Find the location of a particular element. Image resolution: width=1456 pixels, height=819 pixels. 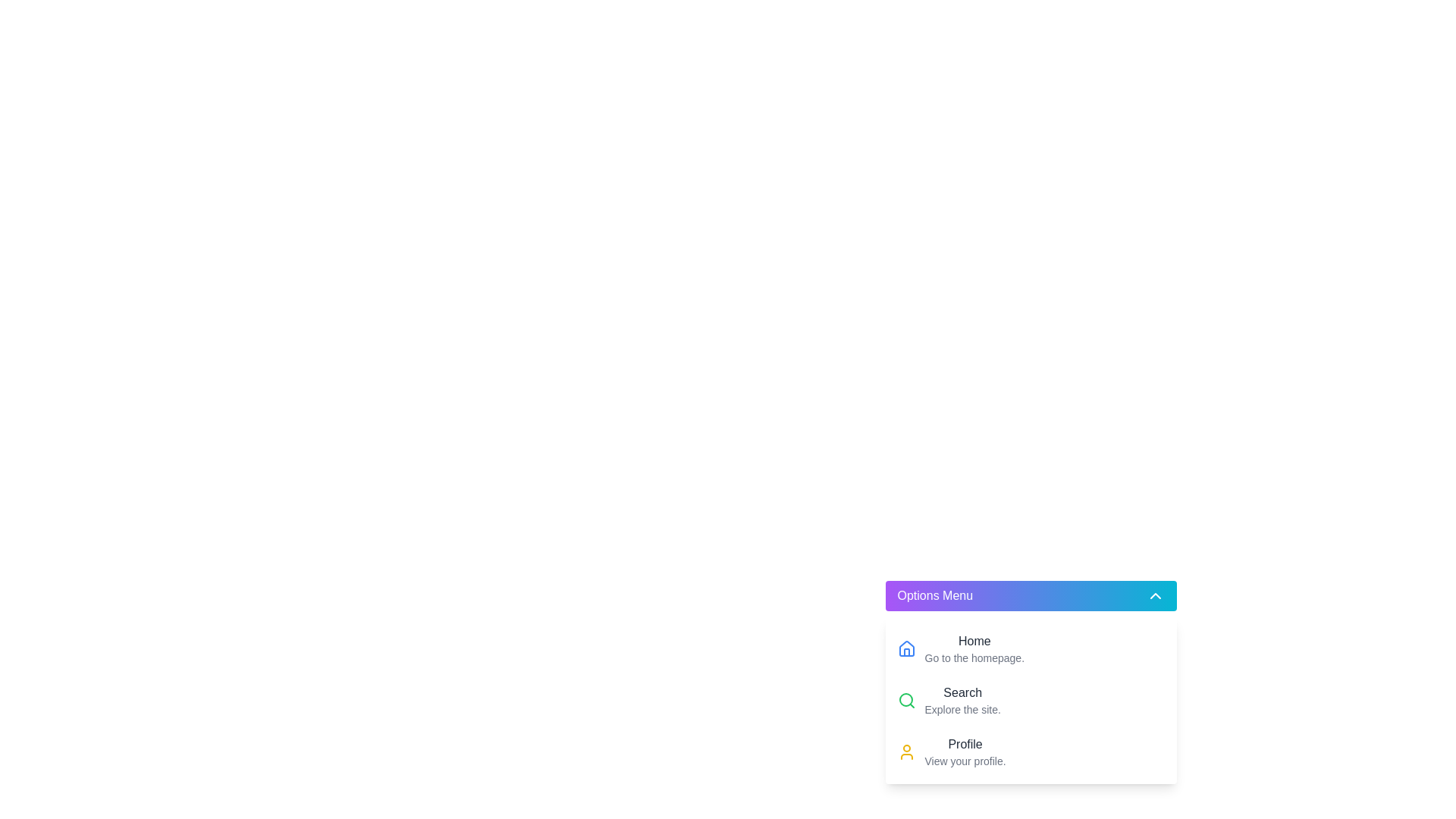

the 'Profile' text block located is located at coordinates (965, 752).